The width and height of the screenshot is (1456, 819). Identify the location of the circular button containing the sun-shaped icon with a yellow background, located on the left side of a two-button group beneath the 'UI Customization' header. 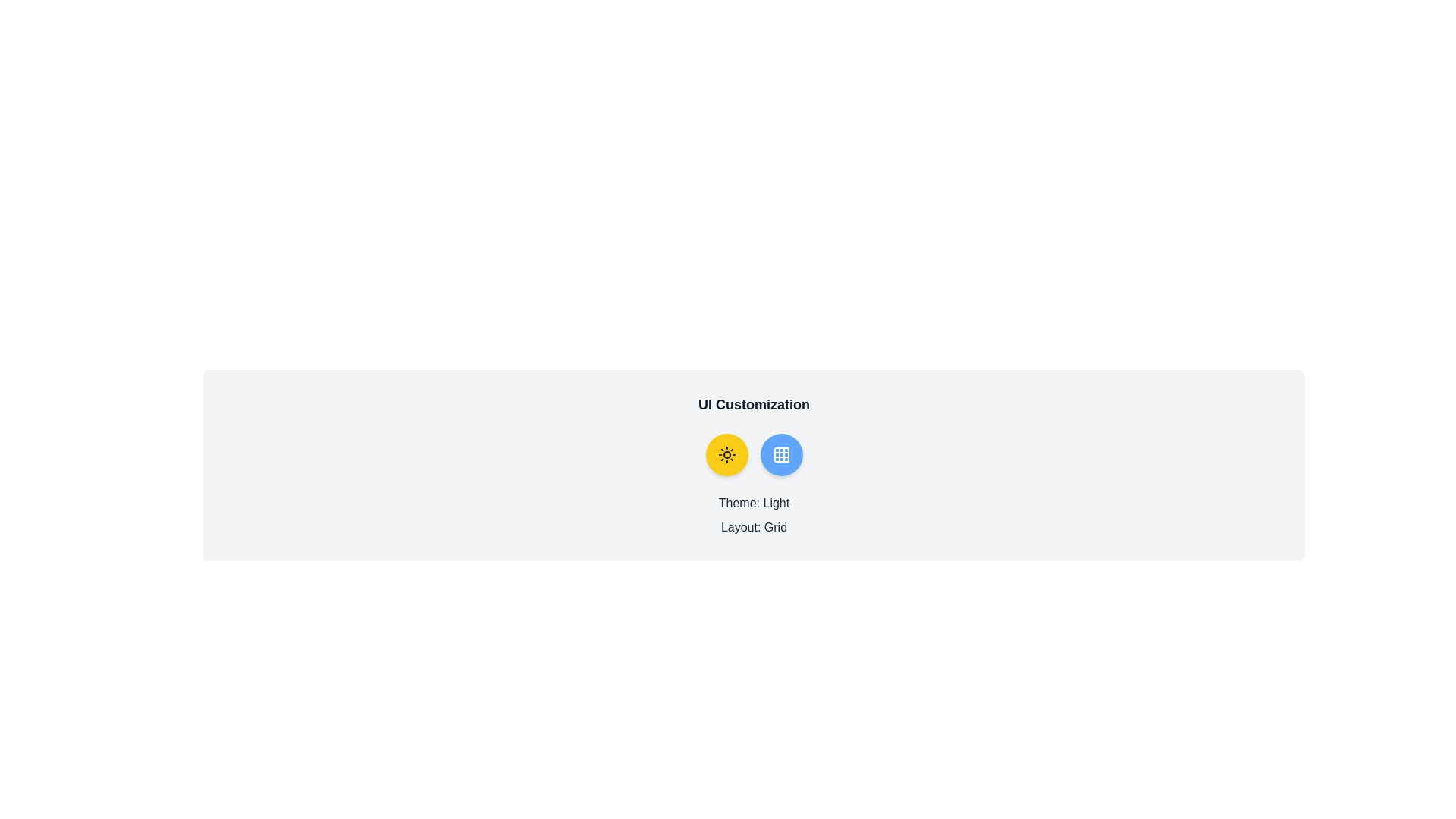
(726, 454).